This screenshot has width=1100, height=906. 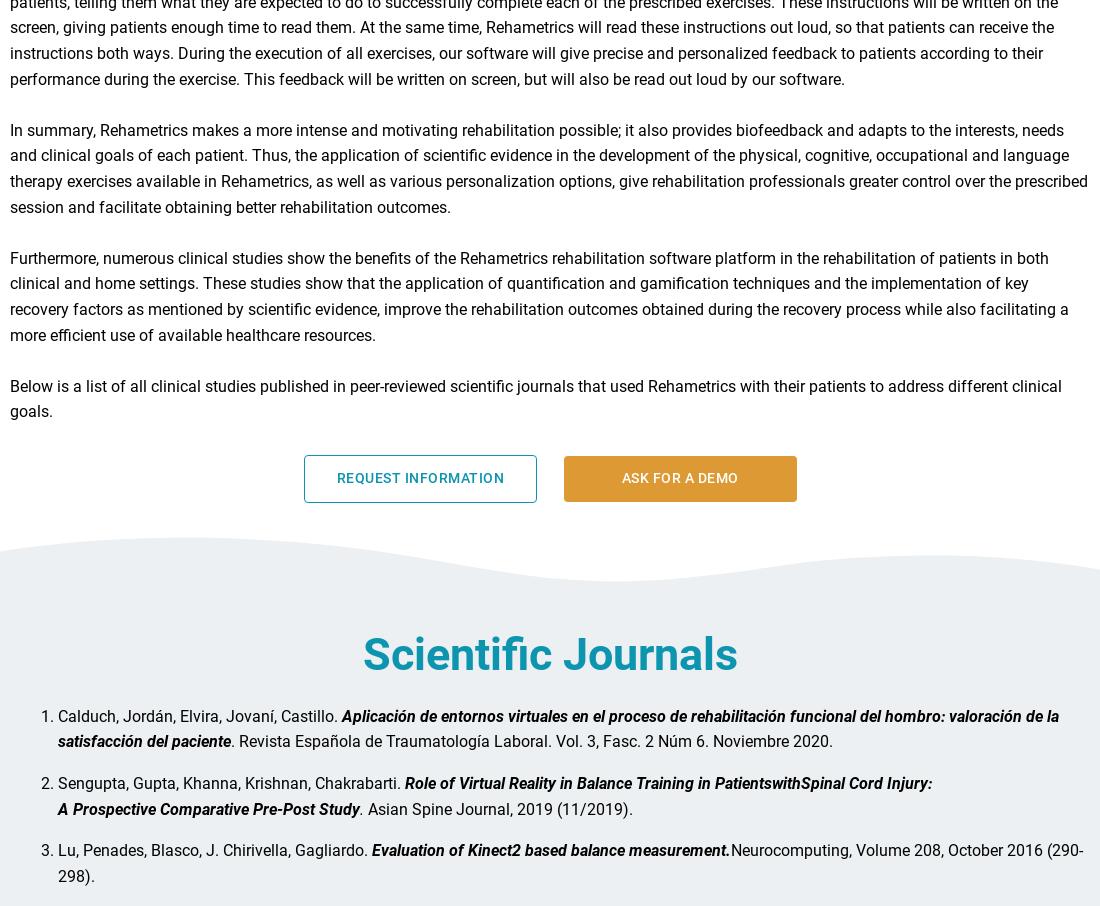 What do you see at coordinates (9, 303) in the screenshot?
I see `'Furthermore, numerous clinical studies show the benefits of the Rehametrics rehabilitation software platform in the rehabilitation of patients in both clinical and home settings. These studies show that the application of quantification and gamification techniques and the implementation of key recovery factors as mentioned by scientific evidence, improve the rehabilitation outcomes obtained during the recovery process while also facilitating a more efficient use of available healthcare resources.'` at bounding box center [9, 303].